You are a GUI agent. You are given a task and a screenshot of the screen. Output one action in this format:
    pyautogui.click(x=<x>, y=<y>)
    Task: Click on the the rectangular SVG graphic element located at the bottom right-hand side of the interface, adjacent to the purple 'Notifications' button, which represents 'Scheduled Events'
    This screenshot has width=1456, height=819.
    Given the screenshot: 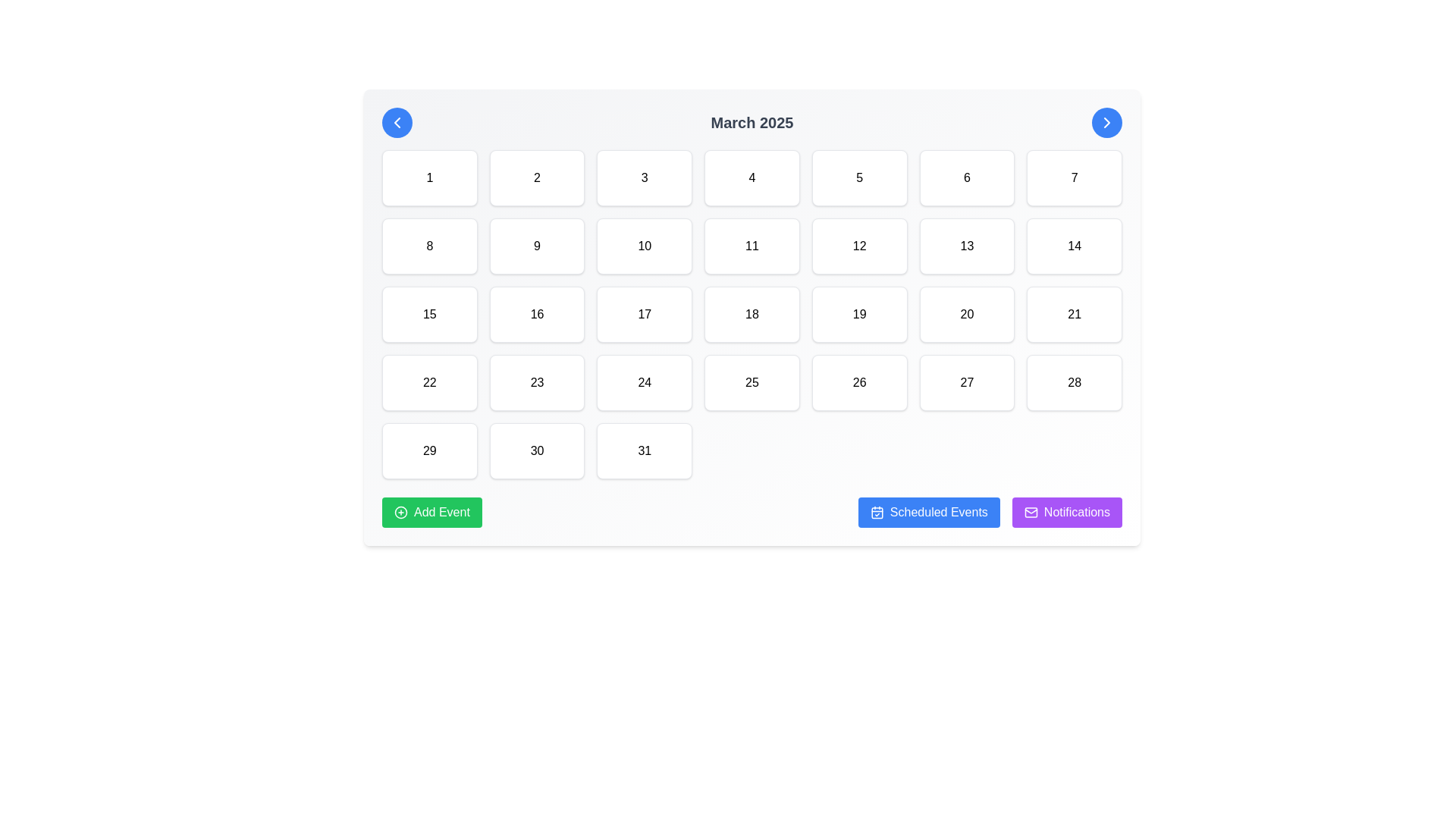 What is the action you would take?
    pyautogui.click(x=877, y=512)
    